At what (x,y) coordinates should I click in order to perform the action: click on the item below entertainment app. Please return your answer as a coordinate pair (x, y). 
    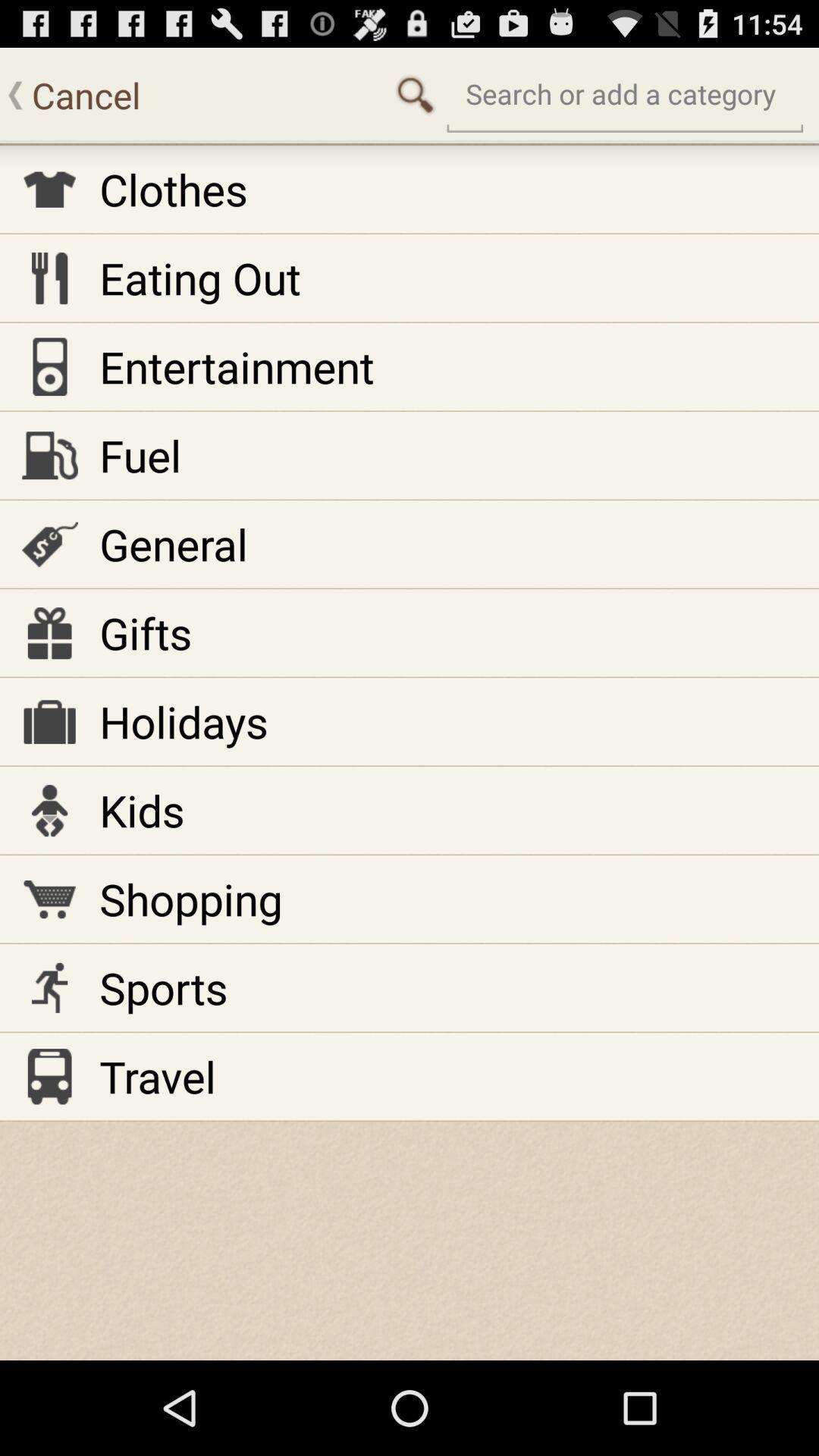
    Looking at the image, I should click on (140, 454).